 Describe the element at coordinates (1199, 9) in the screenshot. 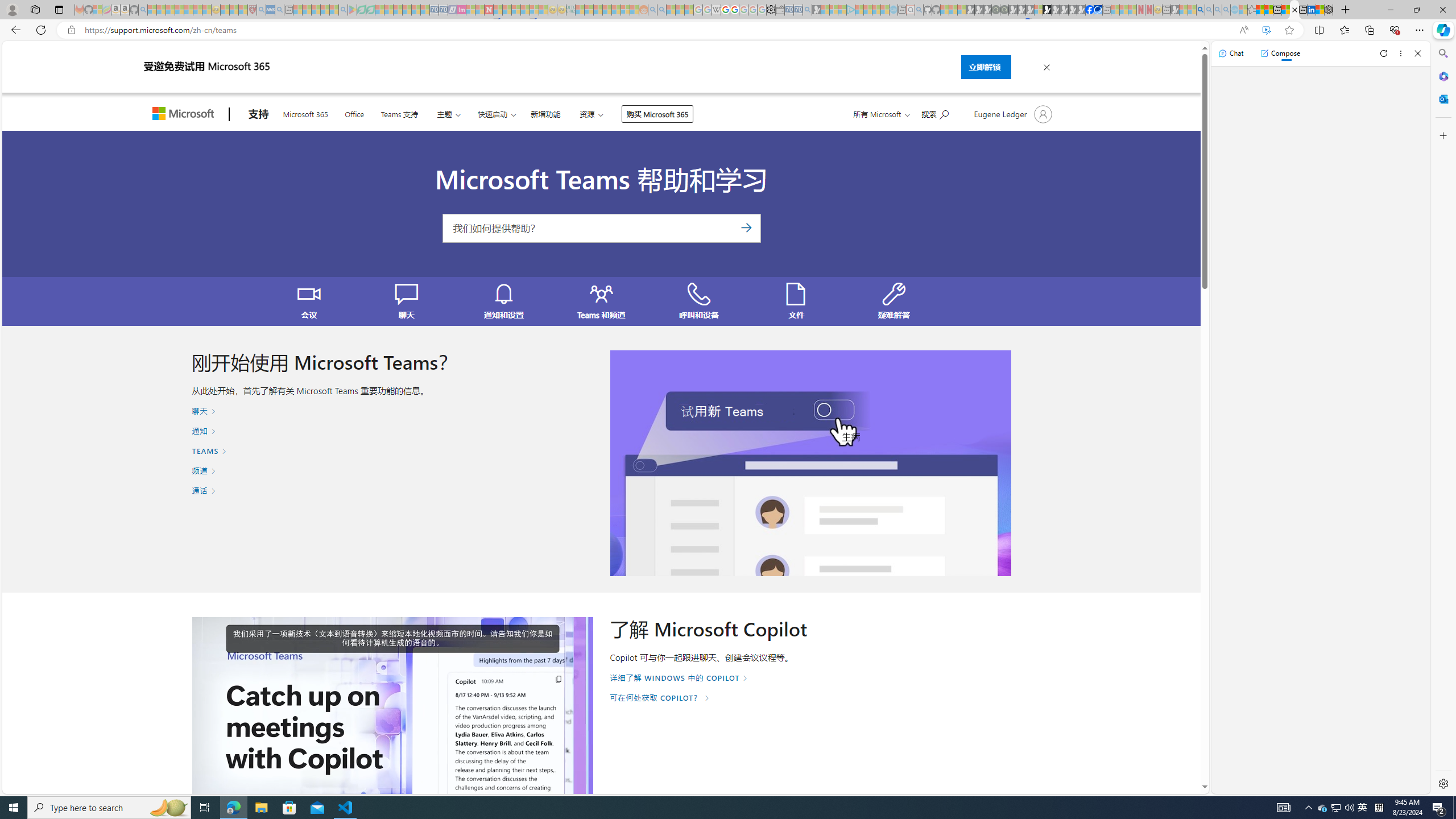

I see `'Bing AI - Search'` at that location.